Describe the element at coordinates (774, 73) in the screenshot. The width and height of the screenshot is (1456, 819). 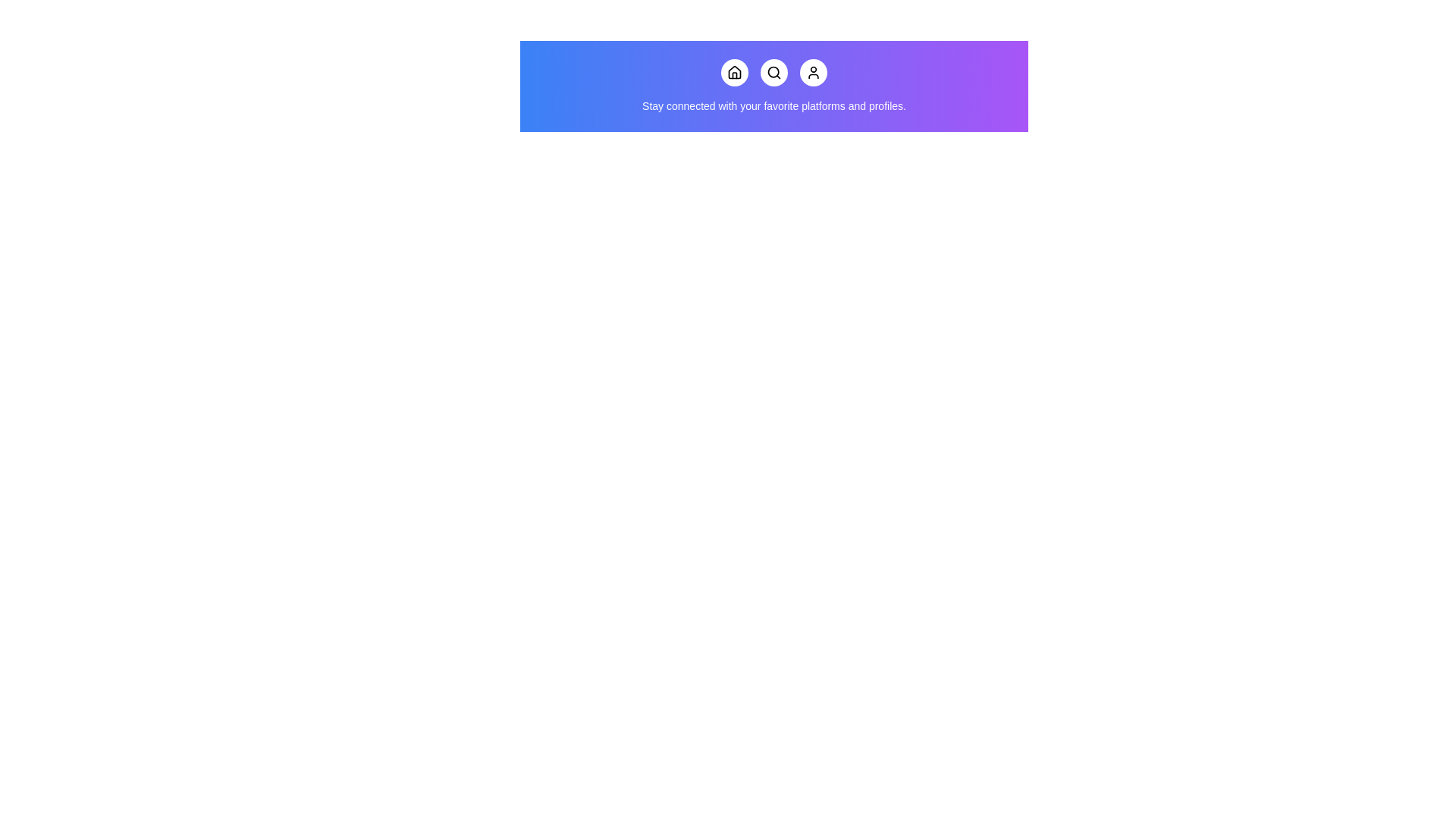
I see `the search icon button located as the second icon from the left in a horizontal sequence at the top-middle of the interface` at that location.